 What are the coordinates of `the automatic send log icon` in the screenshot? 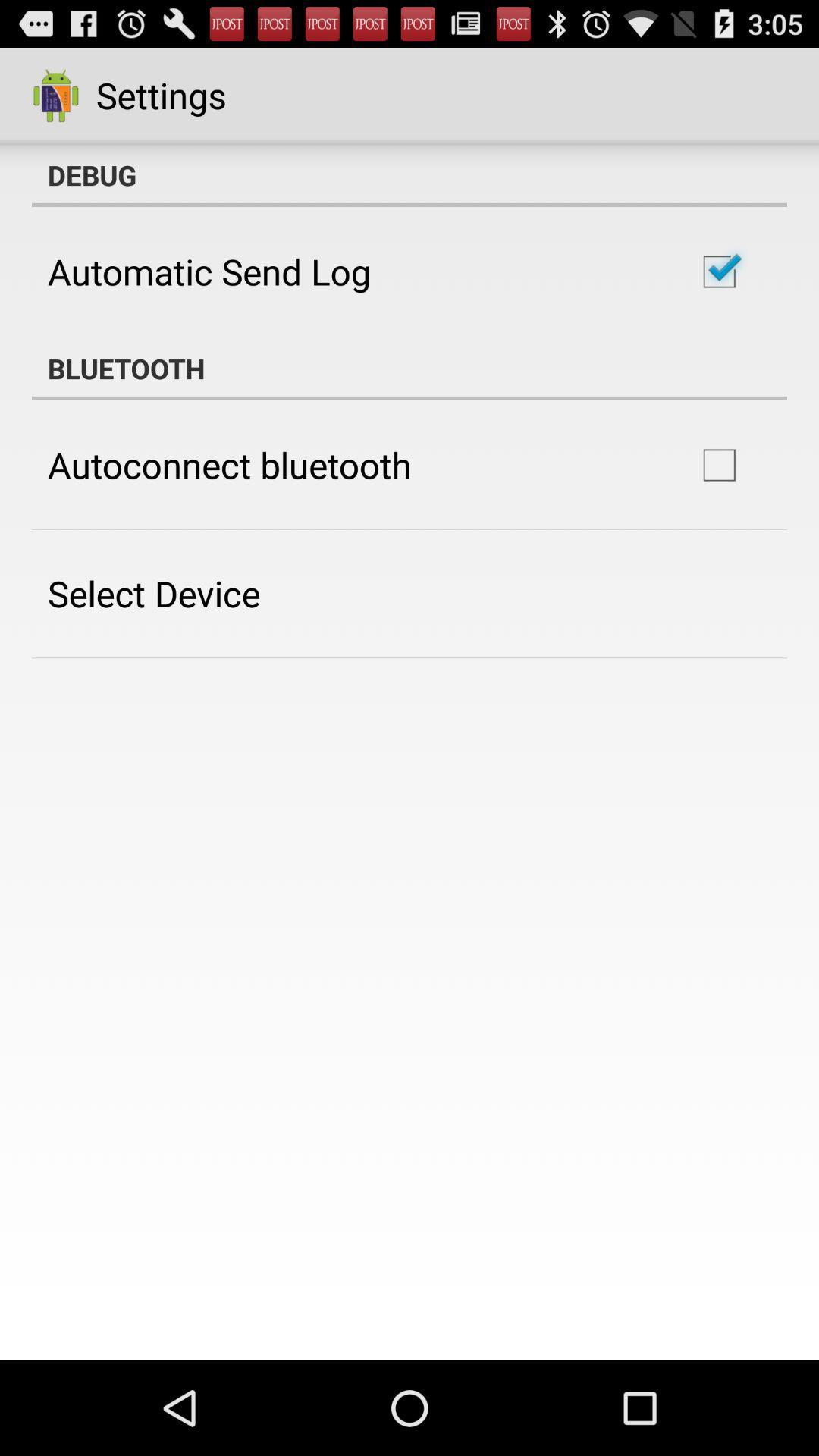 It's located at (209, 271).